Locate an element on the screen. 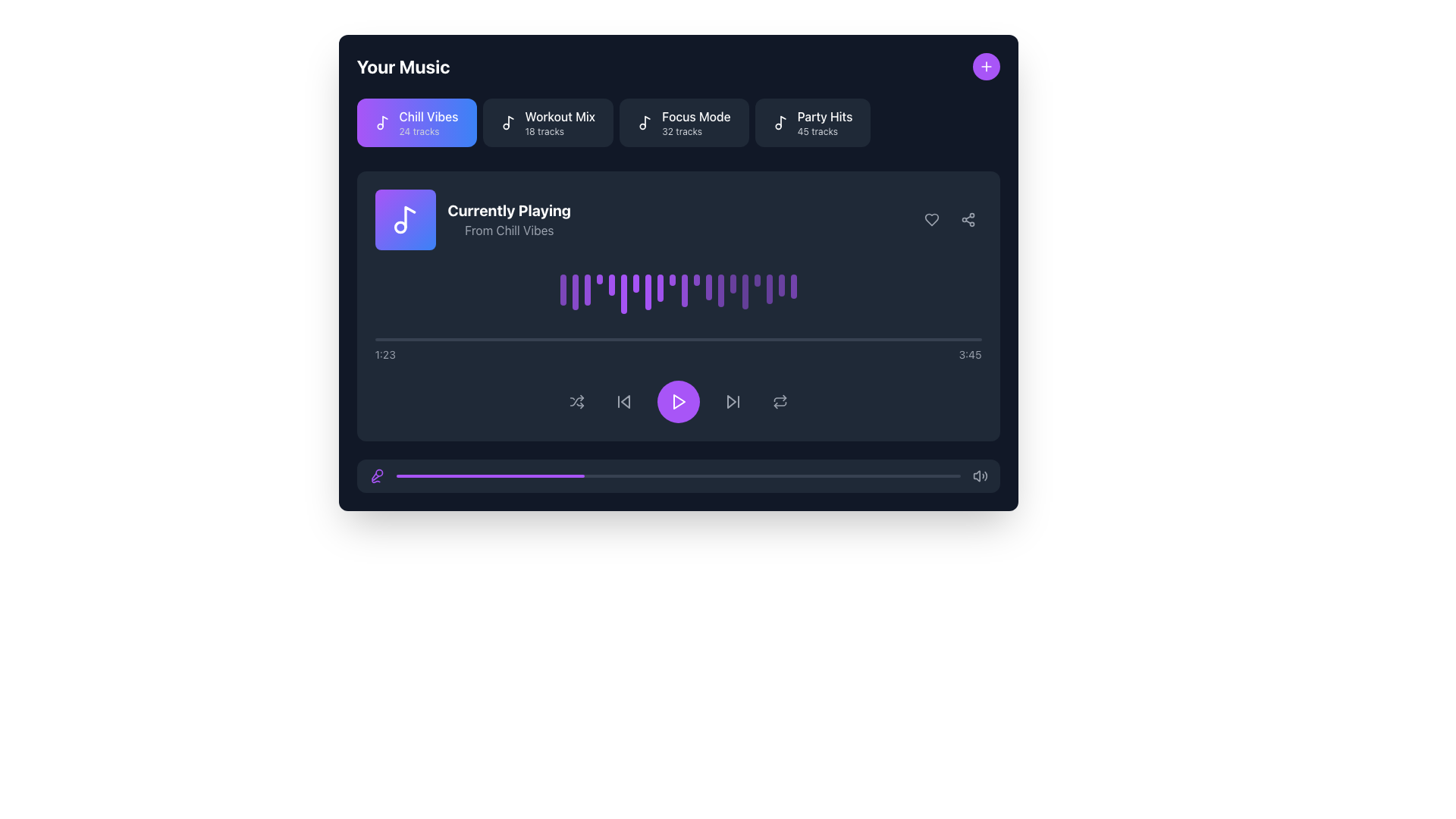  the text label that displays '18 tracks' in light gray color, located within the 'Workout Mix' card, below its title is located at coordinates (544, 130).